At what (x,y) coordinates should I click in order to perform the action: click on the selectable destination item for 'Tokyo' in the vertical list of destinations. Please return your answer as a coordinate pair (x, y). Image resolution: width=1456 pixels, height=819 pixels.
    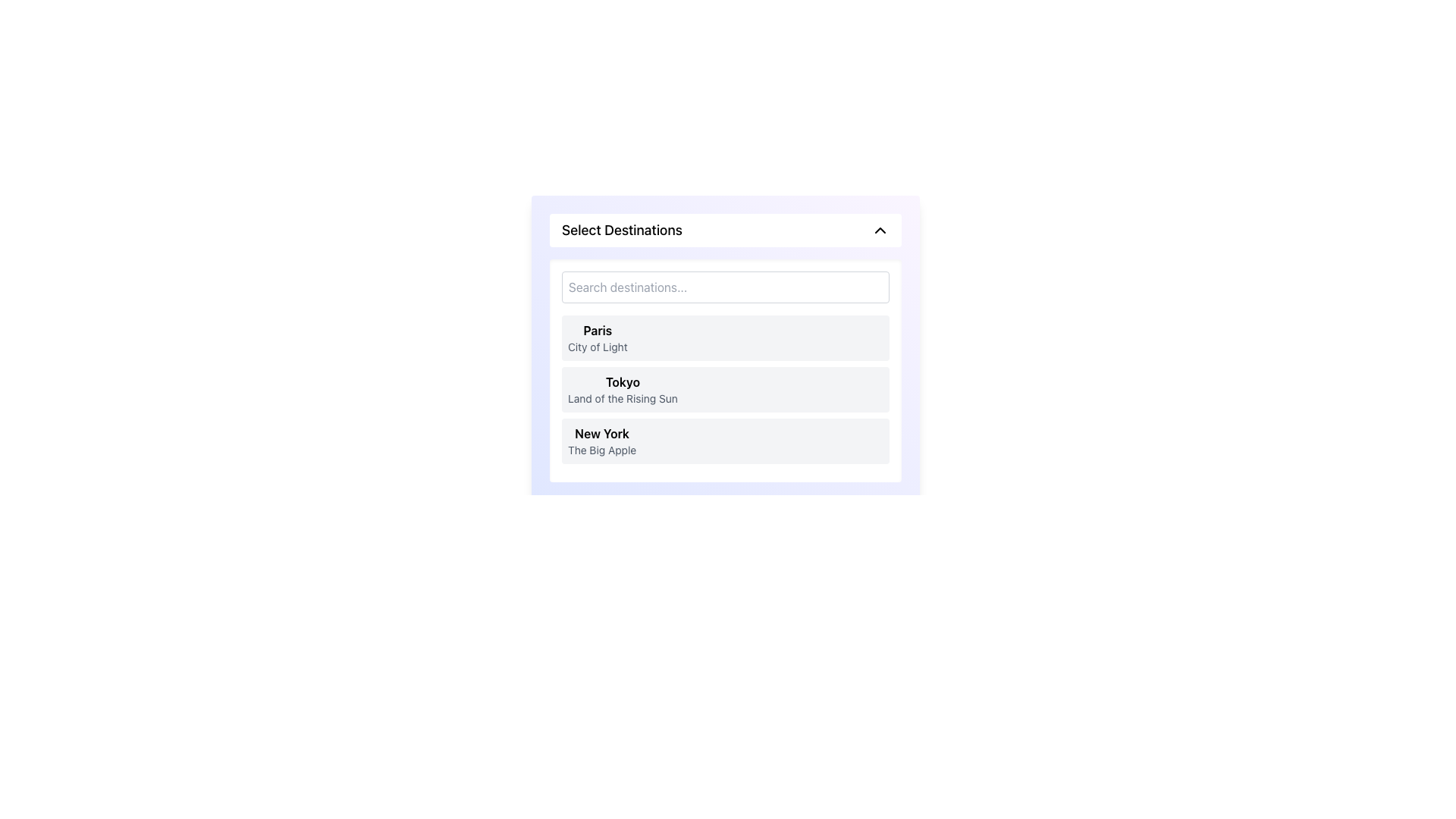
    Looking at the image, I should click on (724, 388).